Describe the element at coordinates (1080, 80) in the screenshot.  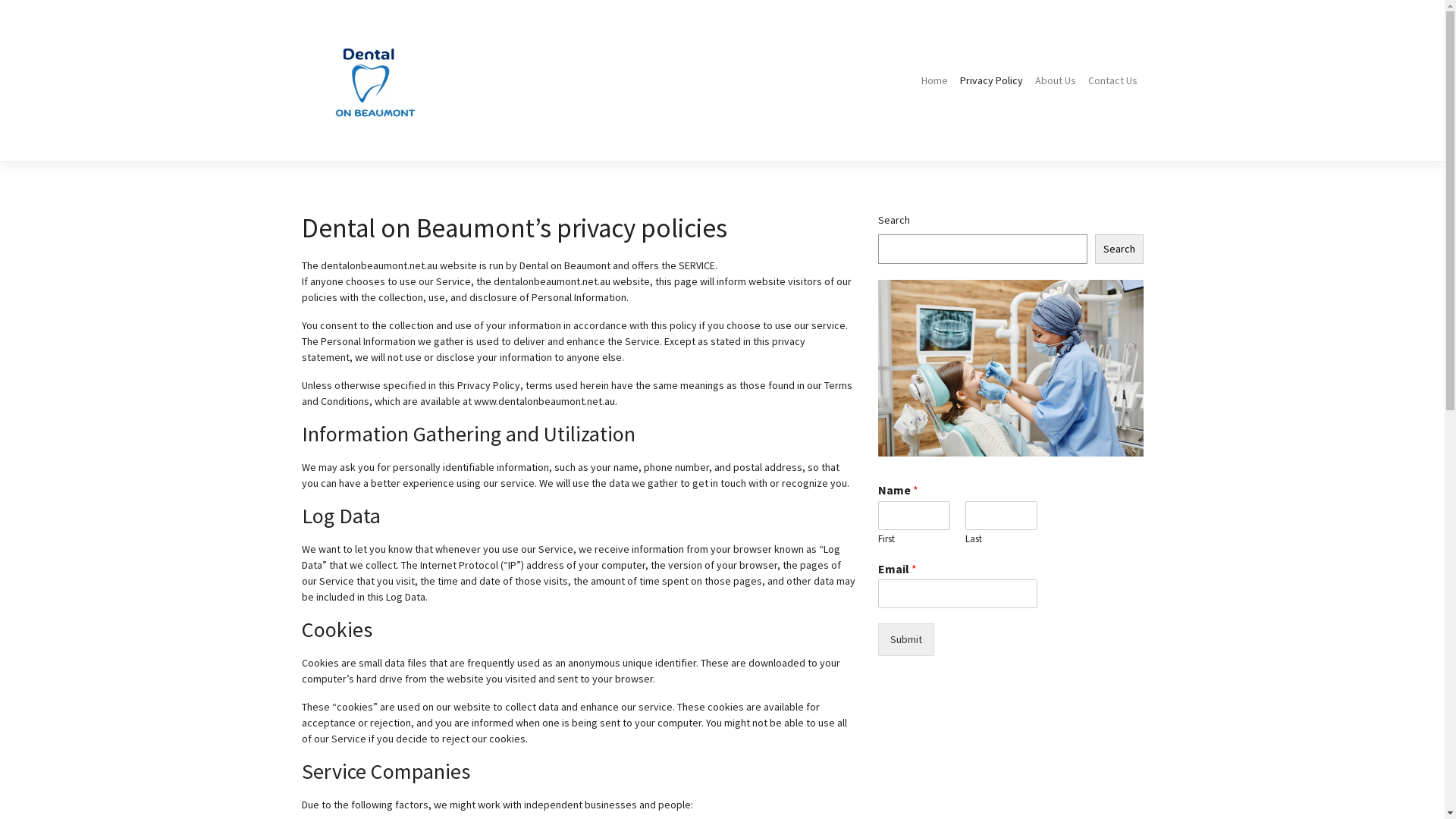
I see `'Contact Us'` at that location.